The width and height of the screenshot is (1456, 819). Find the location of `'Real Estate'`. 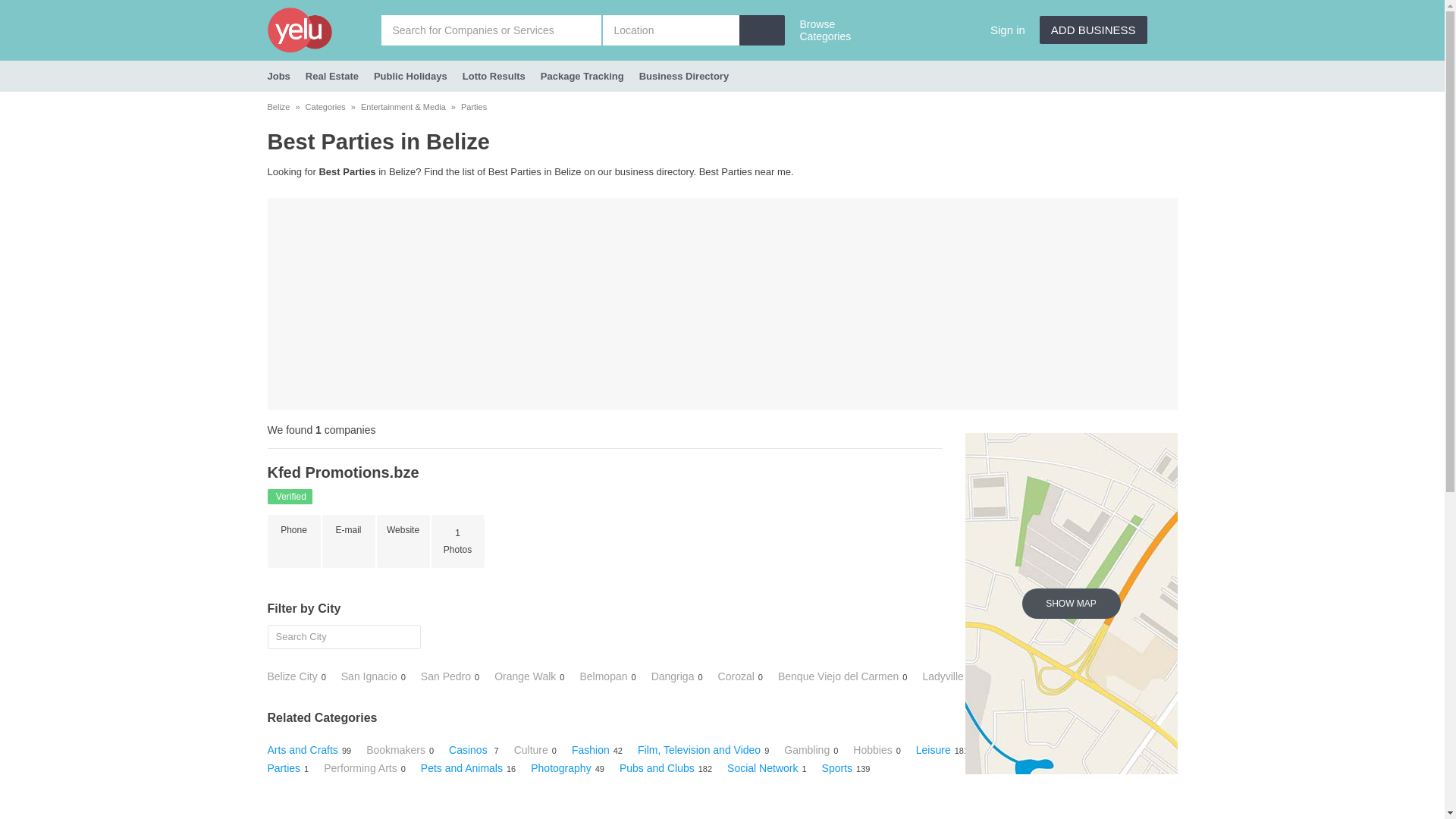

'Real Estate' is located at coordinates (331, 76).